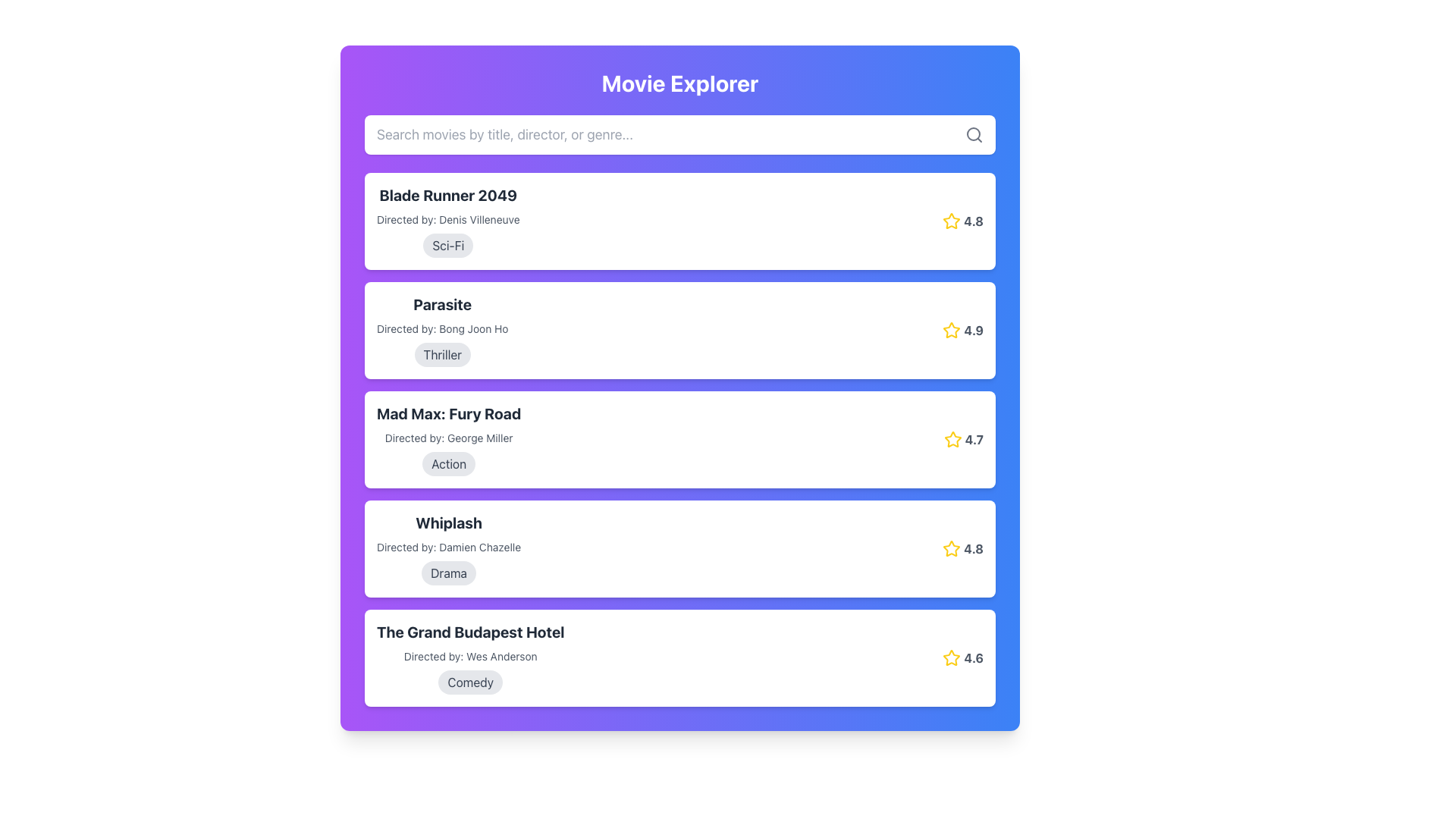 The image size is (1456, 819). What do you see at coordinates (974, 549) in the screenshot?
I see `bold, gray text displaying the value '4.8' that is adjacent to the yellow star icon on the left, located in the line containing the title 'Whiplash'` at bounding box center [974, 549].